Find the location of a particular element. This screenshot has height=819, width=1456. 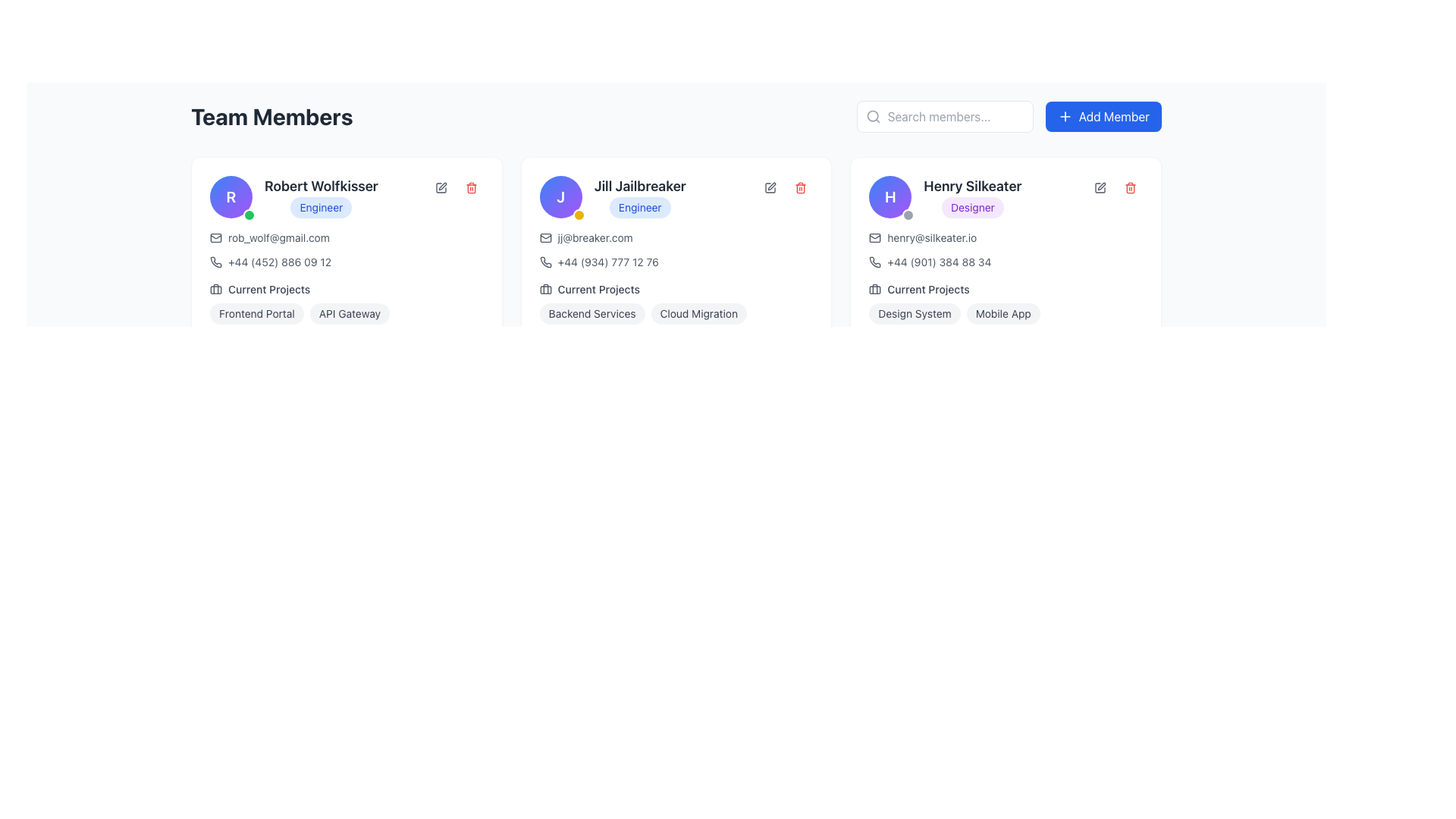

the circular magnifying glass icon located within the search input box, positioned to the left of the blue 'Add Member' button is located at coordinates (872, 115).